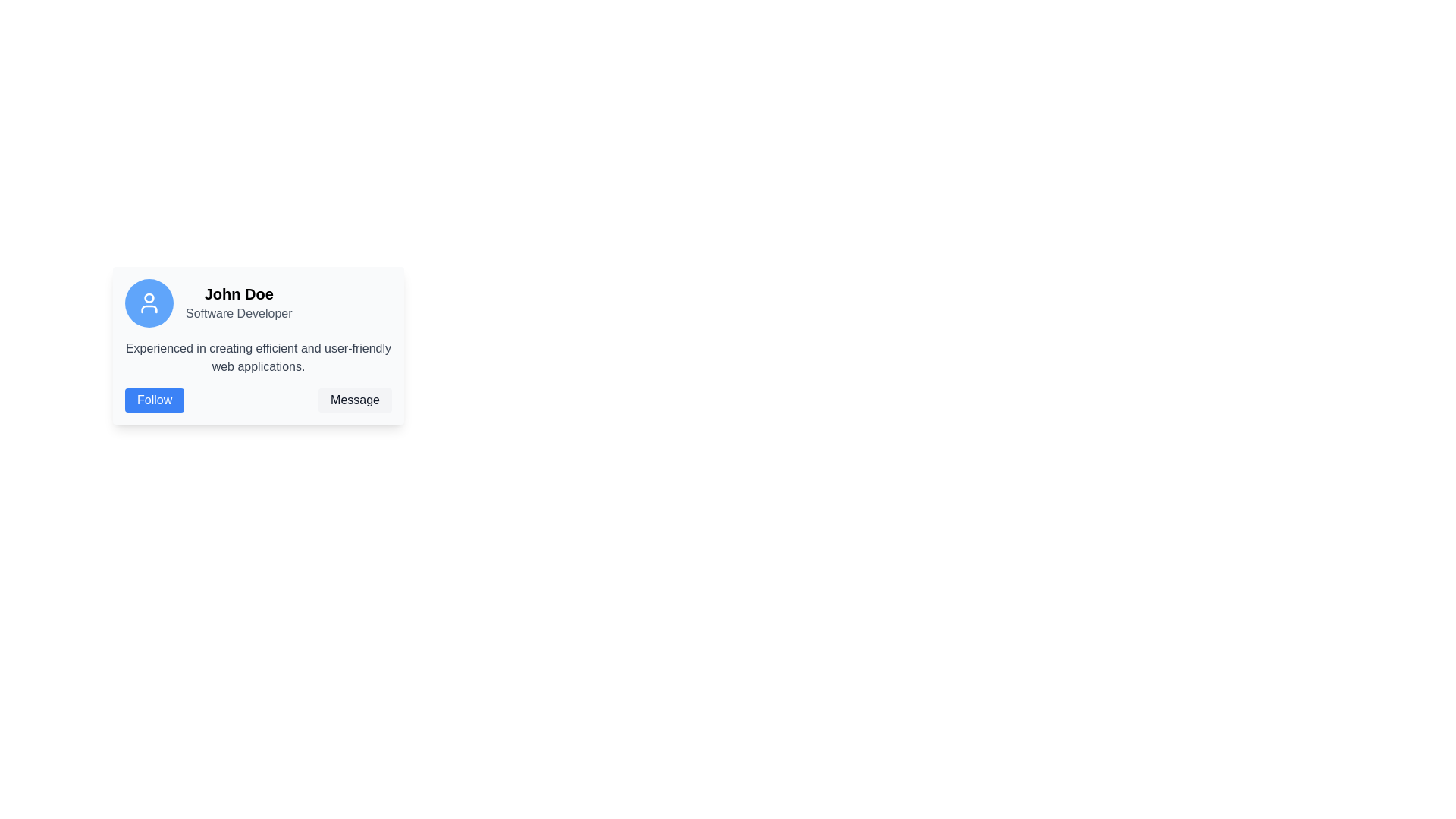  Describe the element at coordinates (149, 298) in the screenshot. I see `the circular SVG icon located within the profile picture of 'John Doe'` at that location.